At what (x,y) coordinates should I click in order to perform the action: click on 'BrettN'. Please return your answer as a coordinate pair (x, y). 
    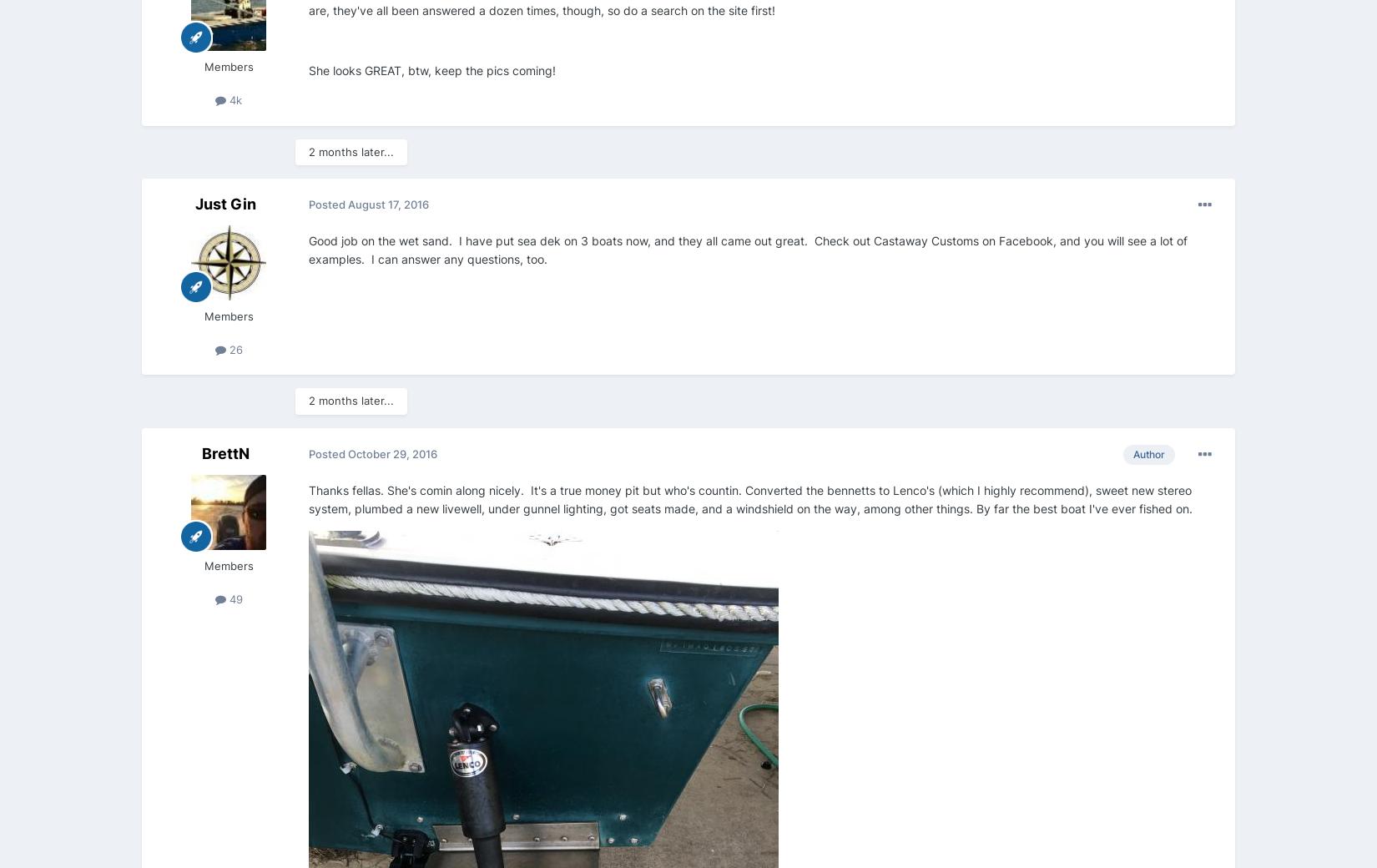
    Looking at the image, I should click on (224, 452).